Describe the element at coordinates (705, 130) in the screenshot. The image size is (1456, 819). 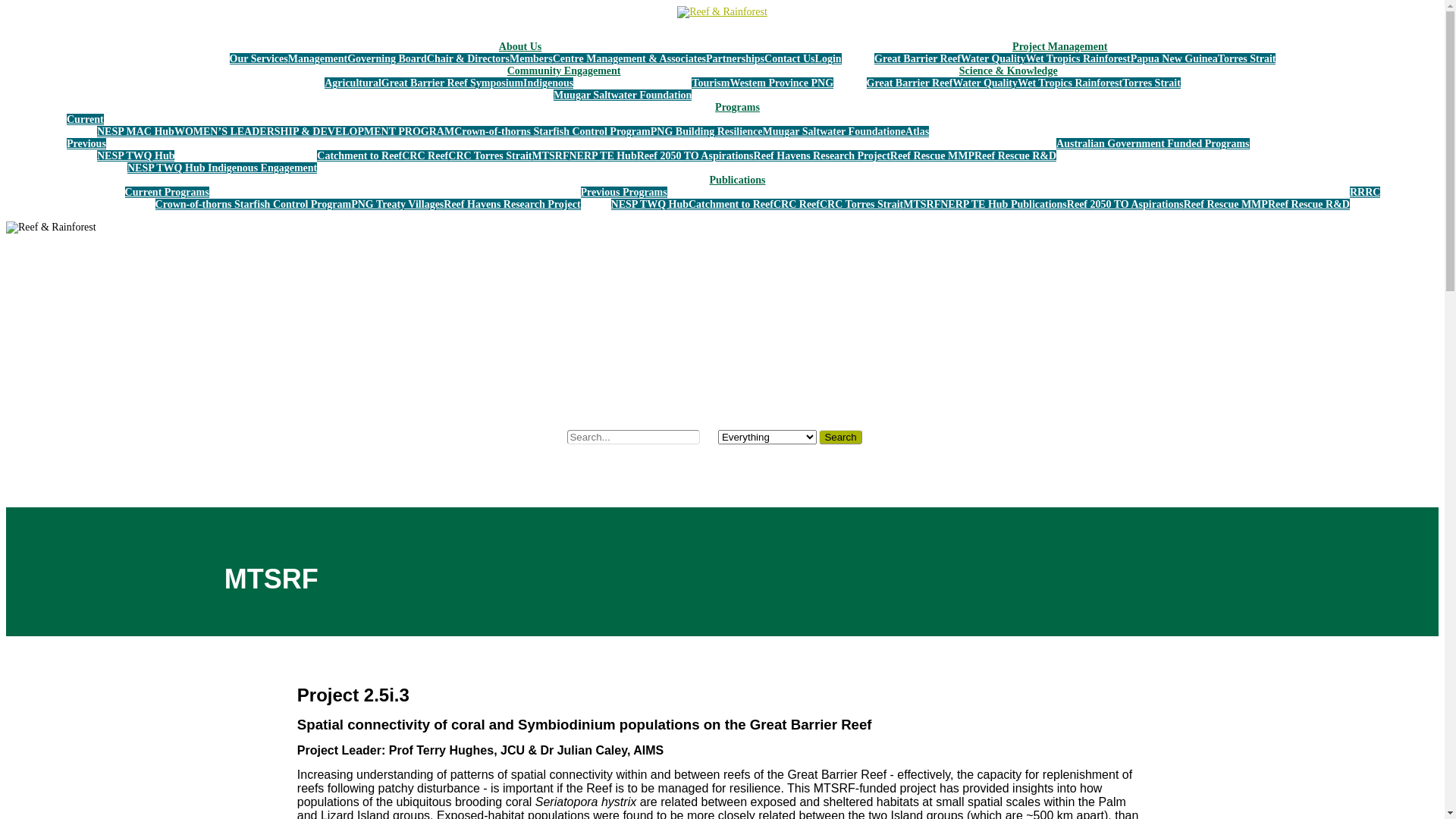
I see `'PNG Building Resilience'` at that location.